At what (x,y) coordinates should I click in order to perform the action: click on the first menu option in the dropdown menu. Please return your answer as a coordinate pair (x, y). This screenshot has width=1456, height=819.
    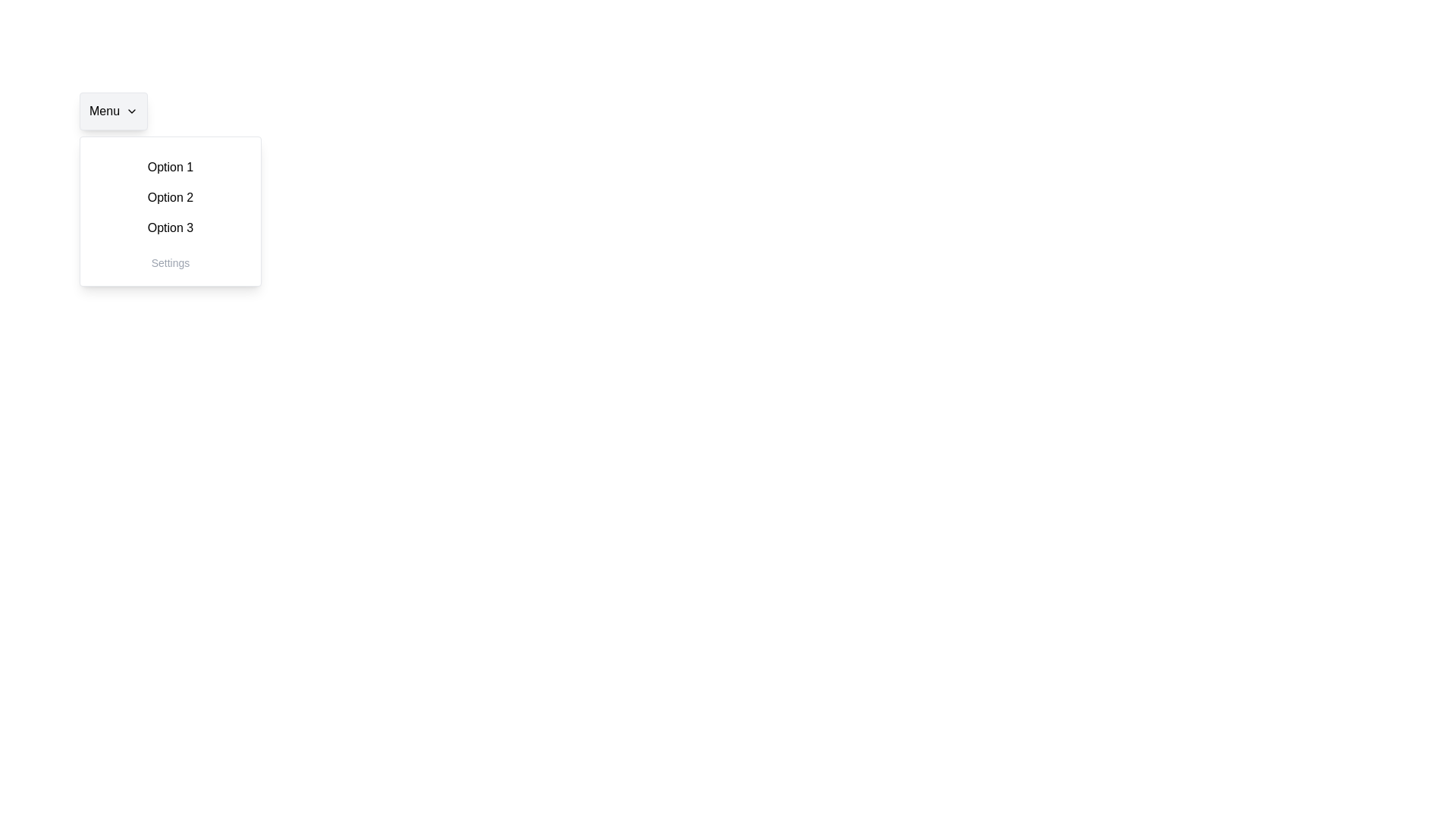
    Looking at the image, I should click on (171, 167).